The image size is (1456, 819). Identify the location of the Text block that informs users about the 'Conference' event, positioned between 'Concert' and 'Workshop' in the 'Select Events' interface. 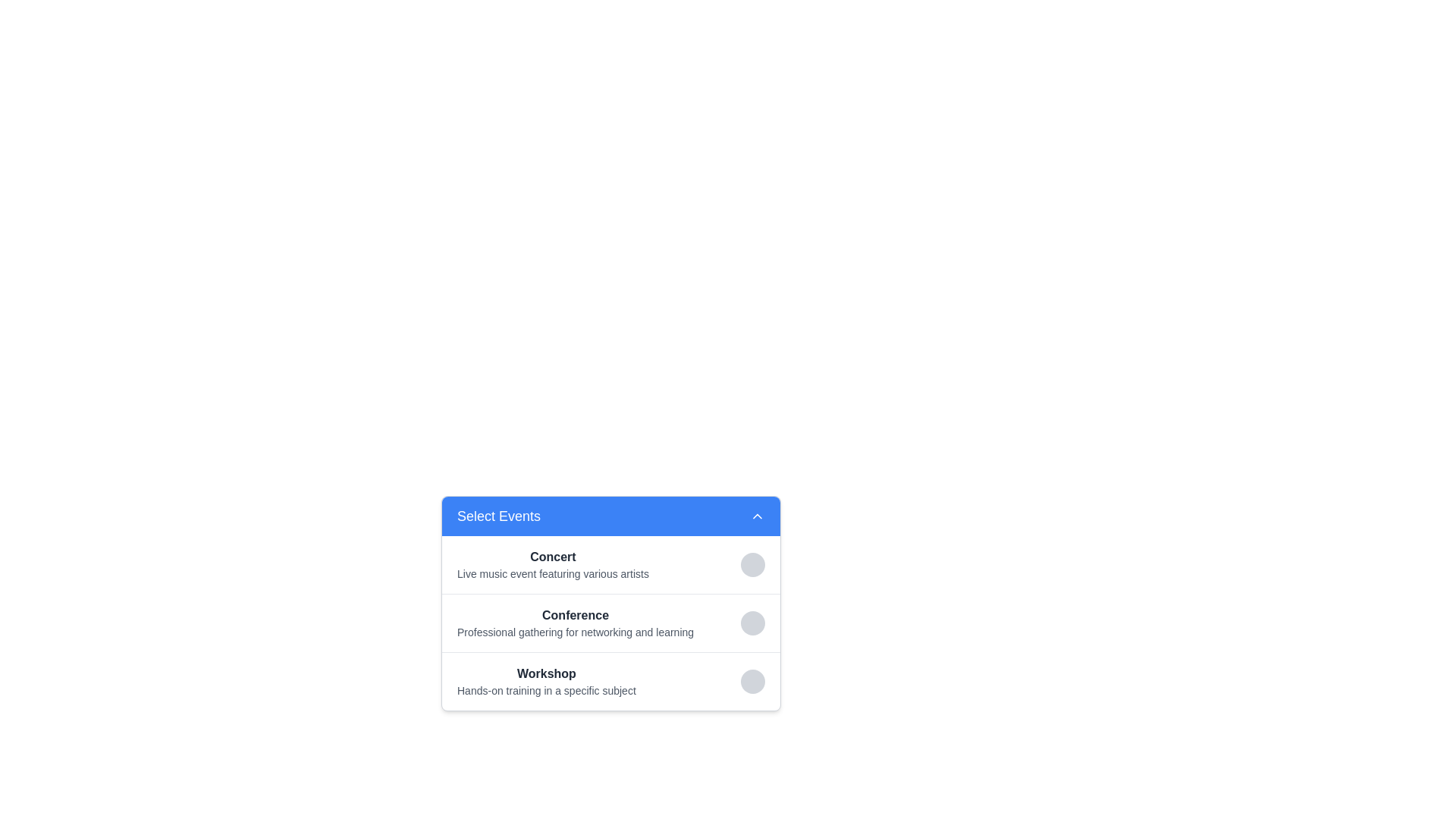
(574, 623).